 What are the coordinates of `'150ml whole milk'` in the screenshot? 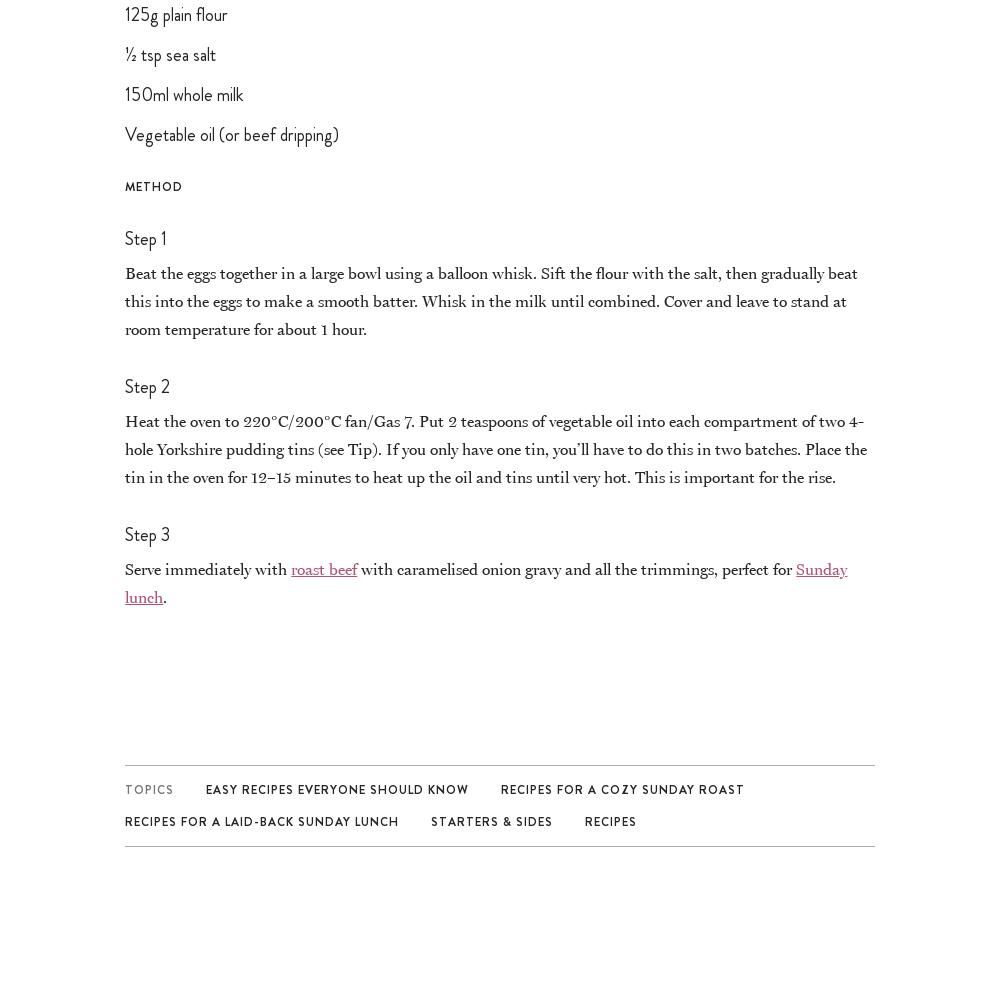 It's located at (184, 92).